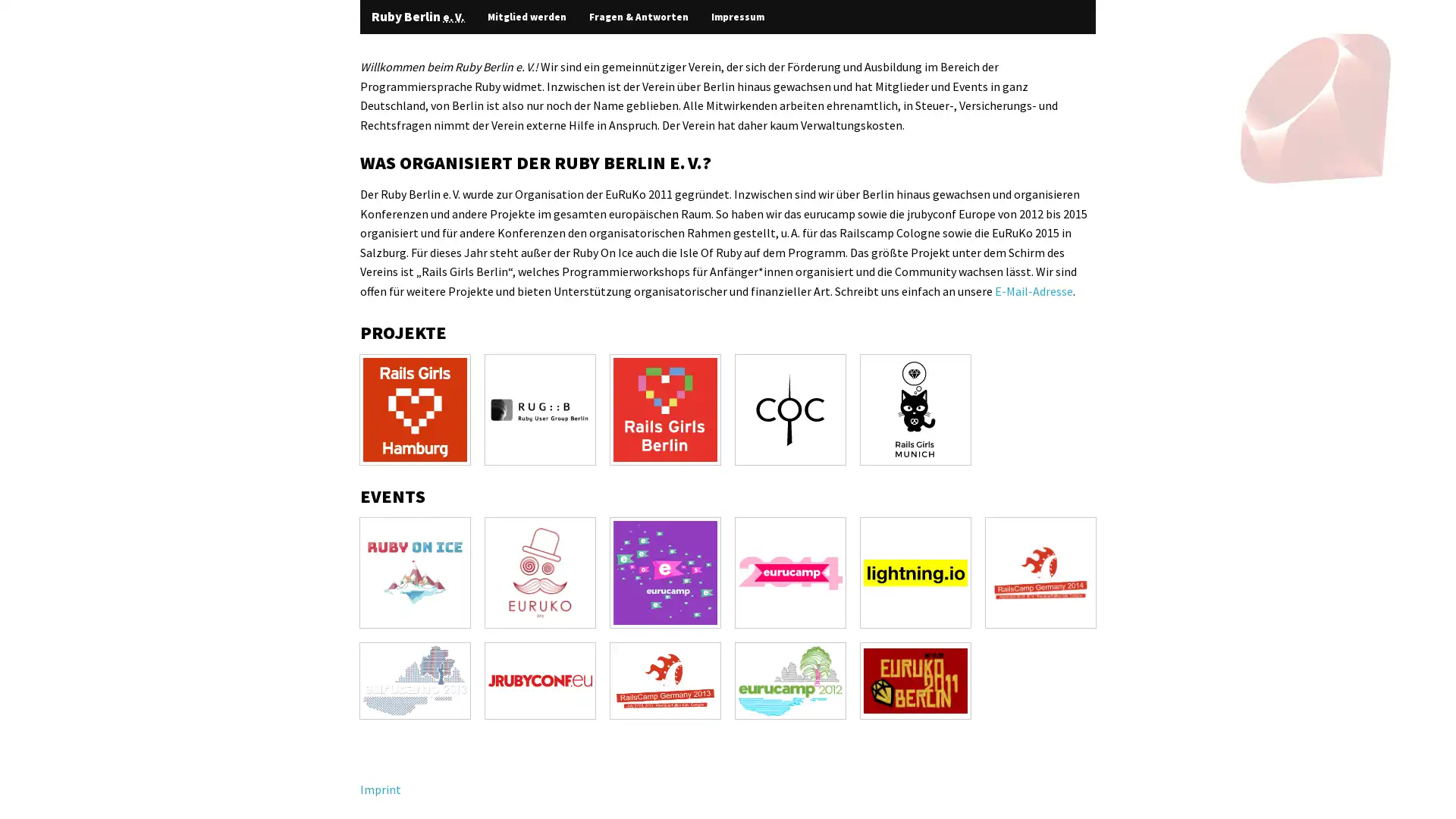 The height and width of the screenshot is (819, 1456). What do you see at coordinates (665, 408) in the screenshot?
I see `Rails girls berlin` at bounding box center [665, 408].